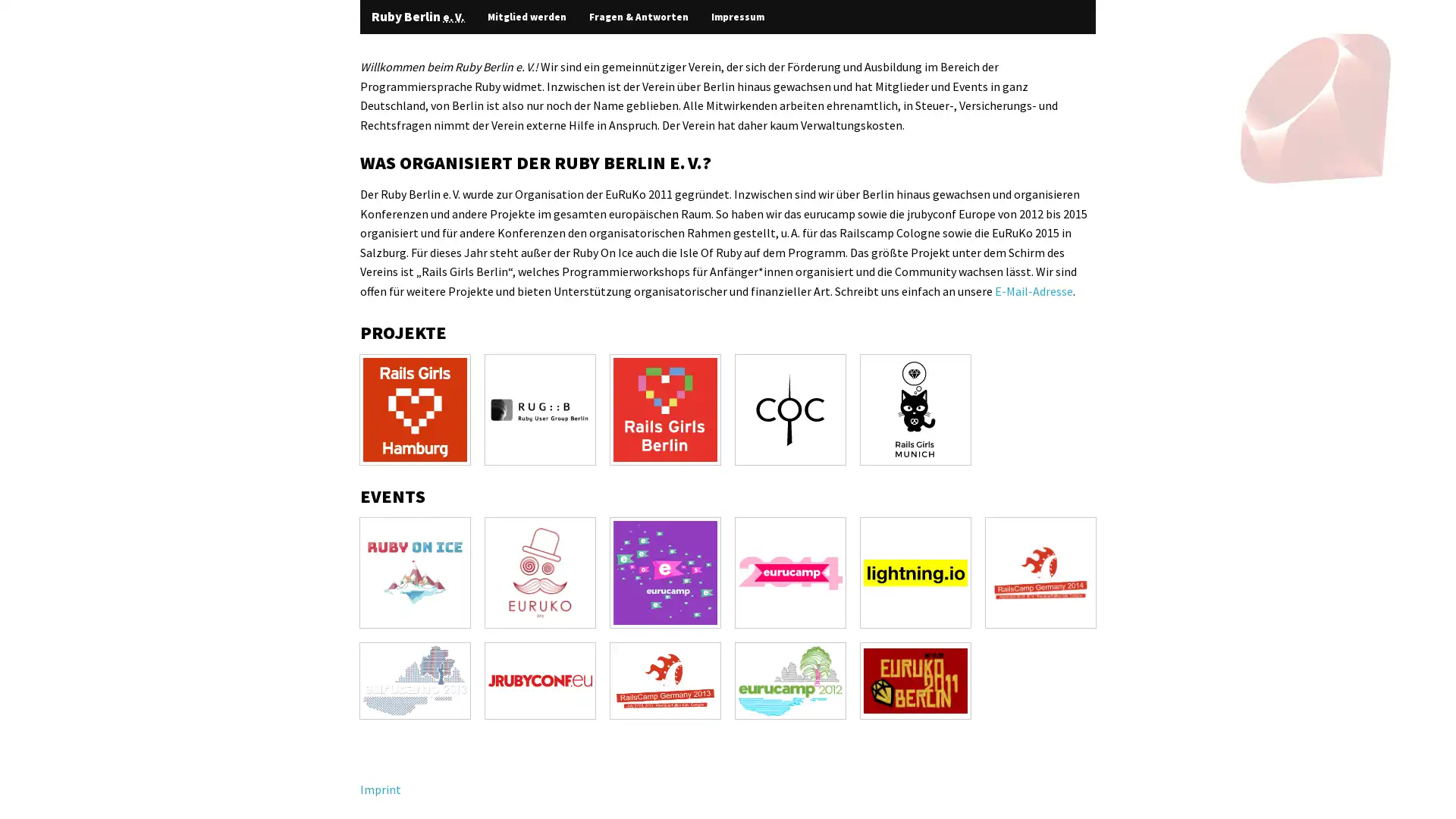 The height and width of the screenshot is (819, 1456). What do you see at coordinates (665, 408) in the screenshot?
I see `Rails girls berlin` at bounding box center [665, 408].